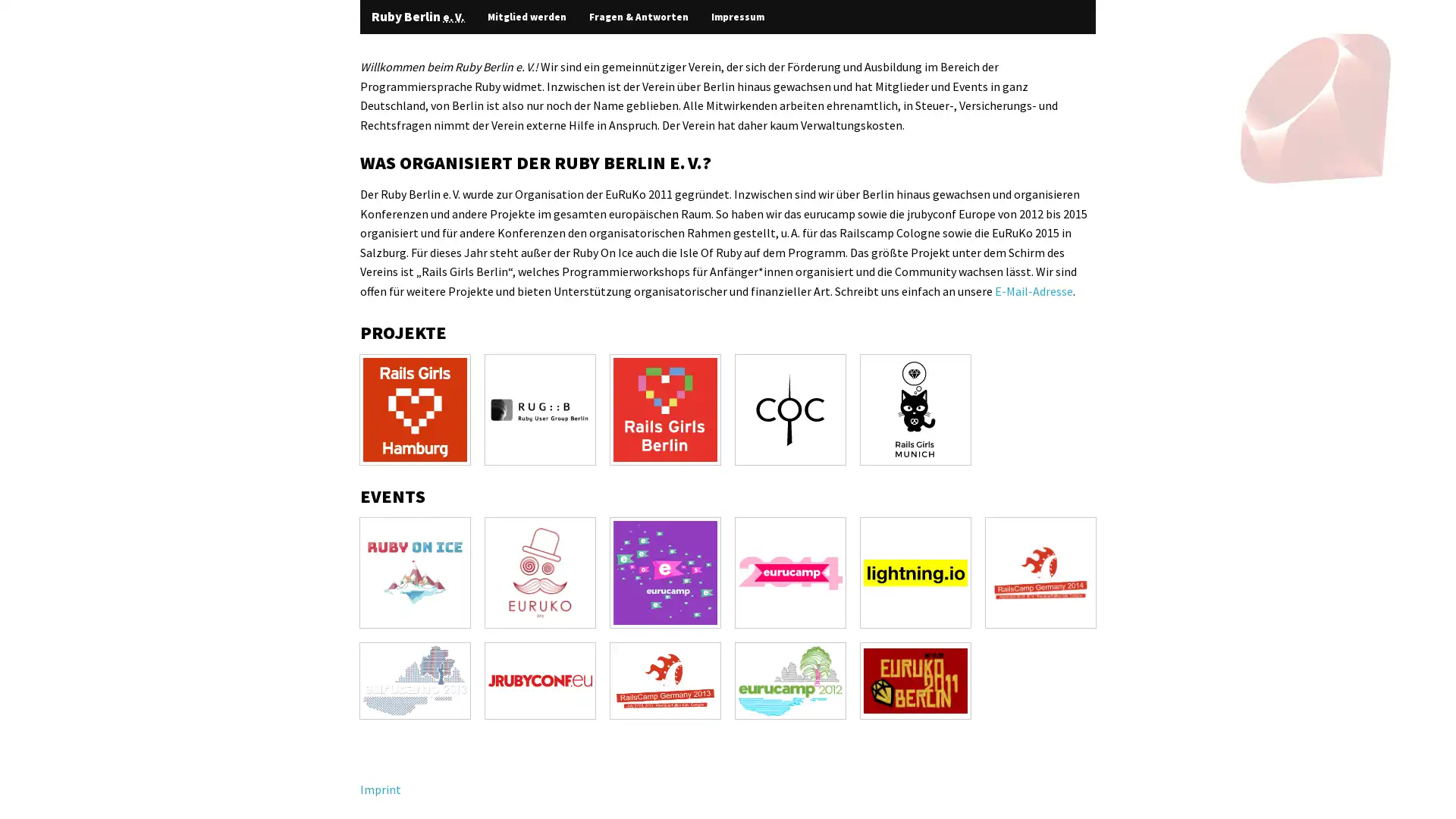 The height and width of the screenshot is (819, 1456). What do you see at coordinates (665, 408) in the screenshot?
I see `Rails girls berlin` at bounding box center [665, 408].